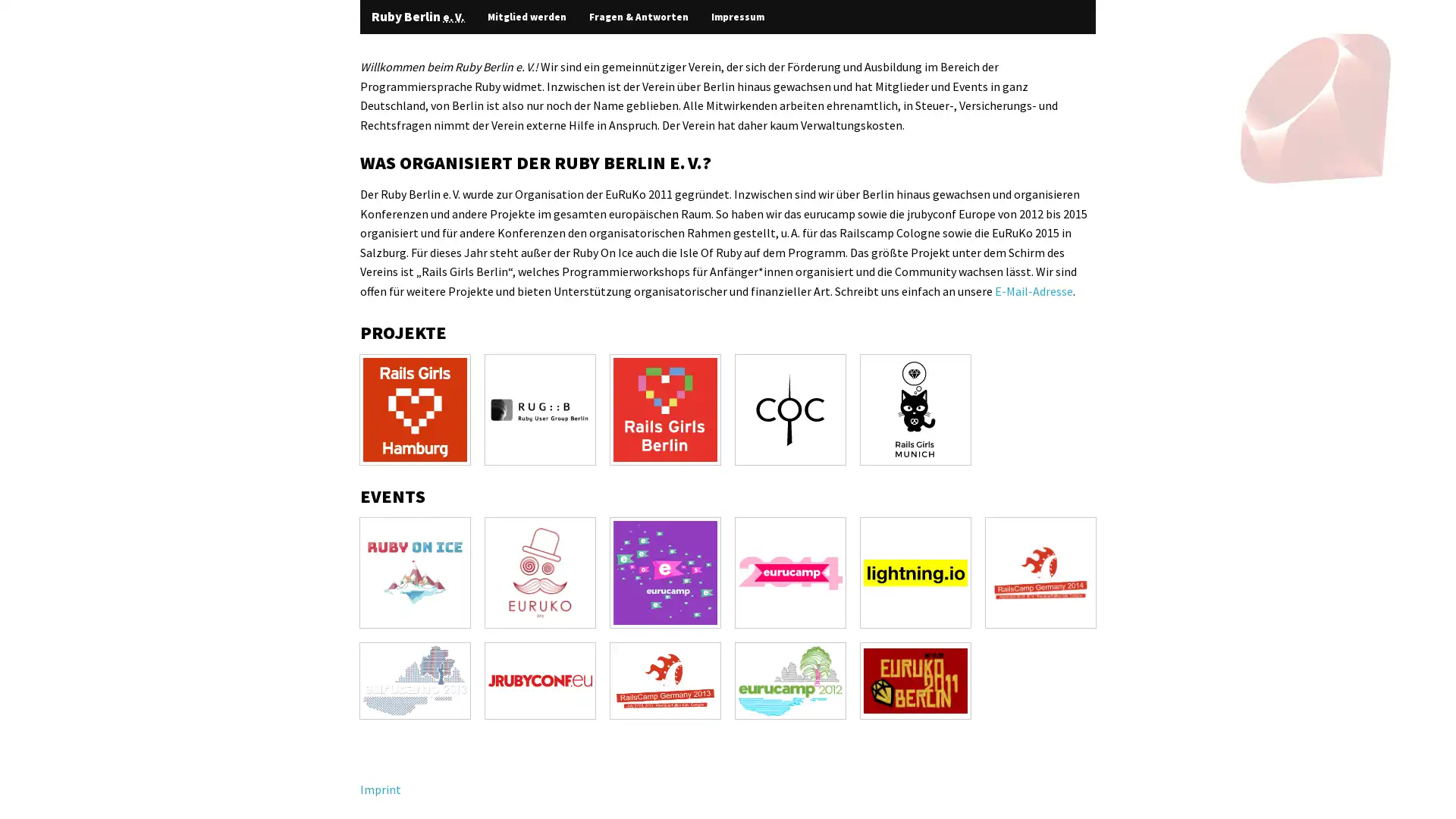 The height and width of the screenshot is (819, 1456). What do you see at coordinates (665, 408) in the screenshot?
I see `Rails girls berlin` at bounding box center [665, 408].